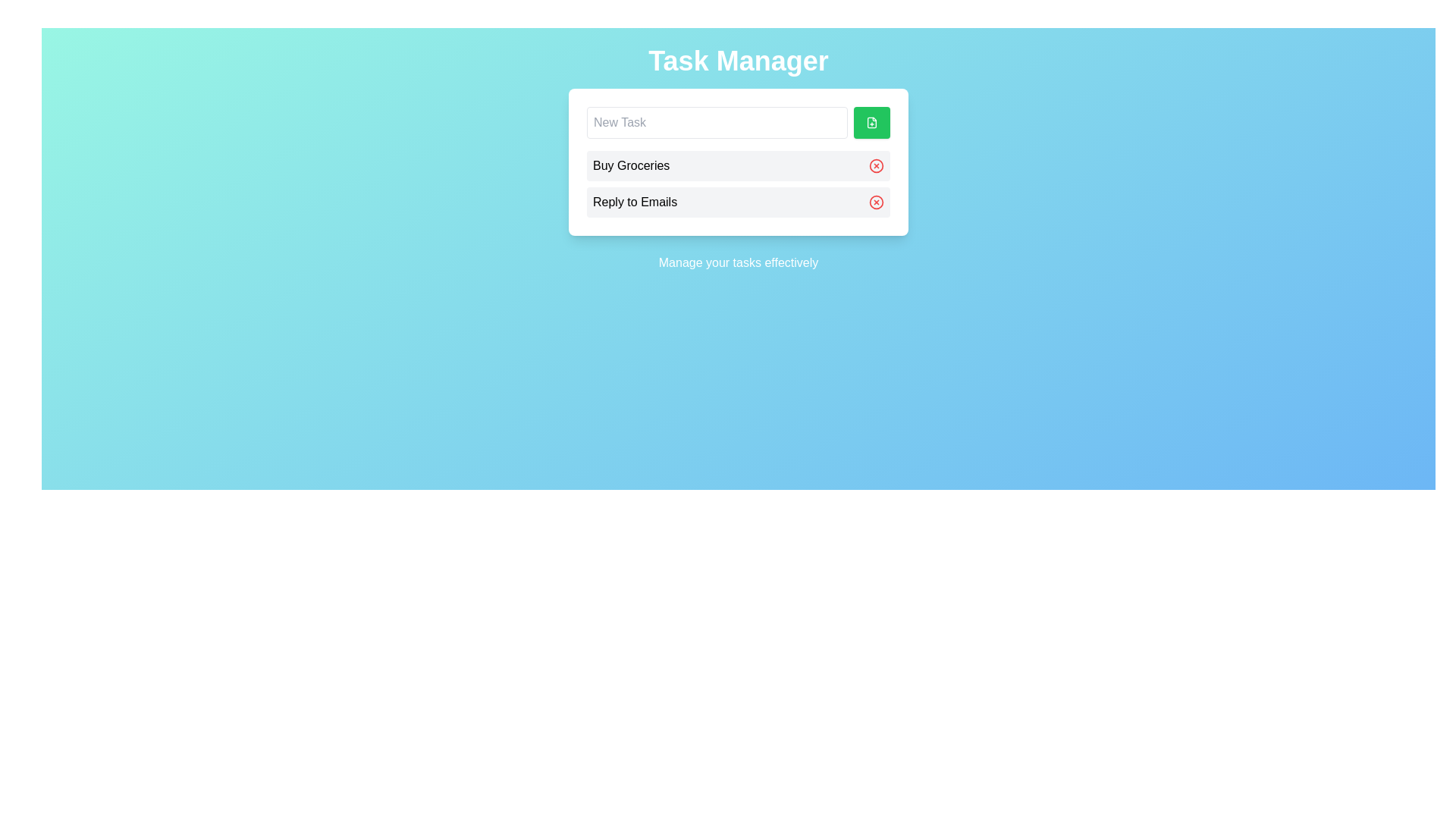  What do you see at coordinates (872, 122) in the screenshot?
I see `the button located in the upper-right corner of the interface, which is intended for initiating a new action` at bounding box center [872, 122].